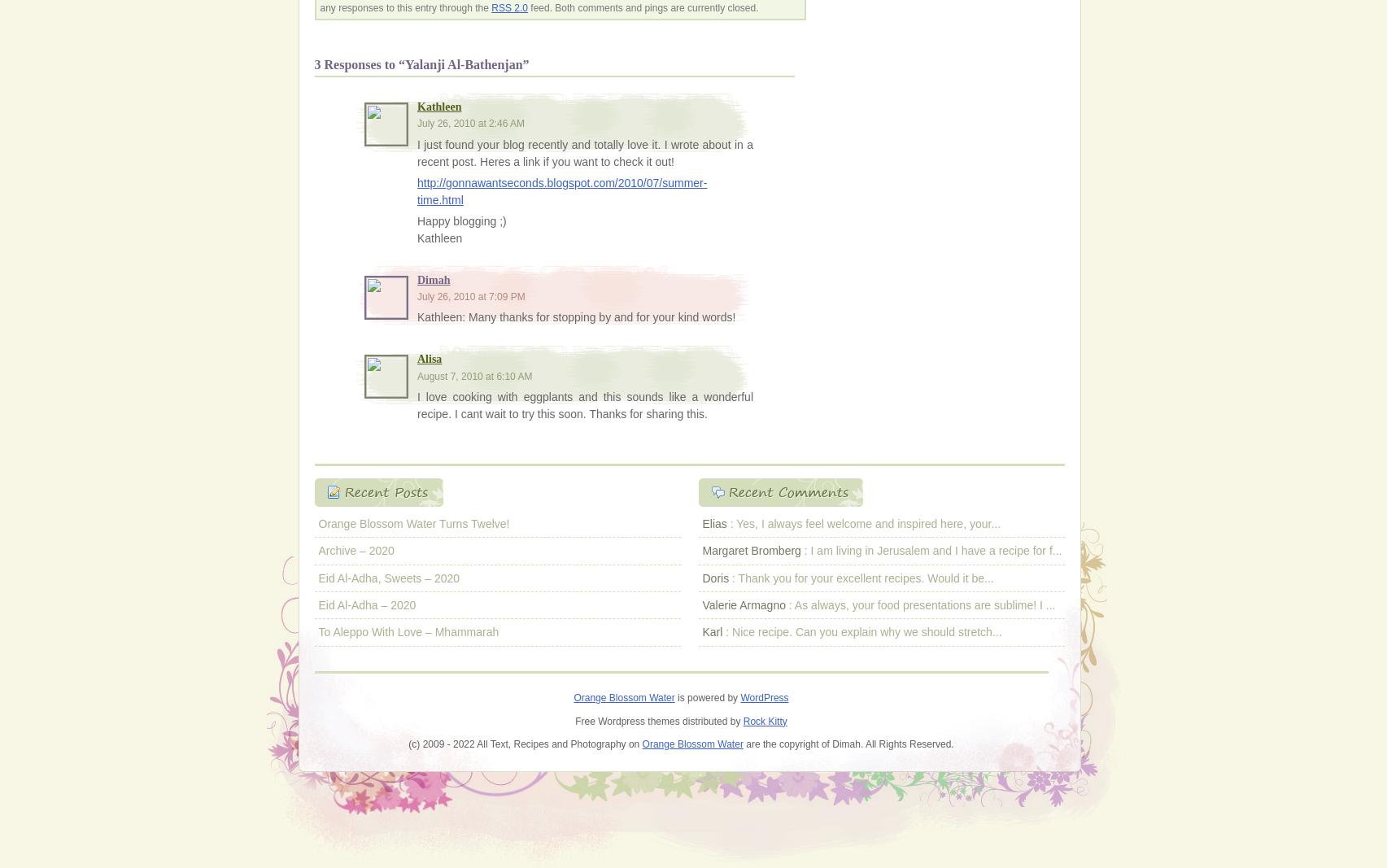 The image size is (1387, 868). I want to click on 'Archive – 2020', so click(355, 551).